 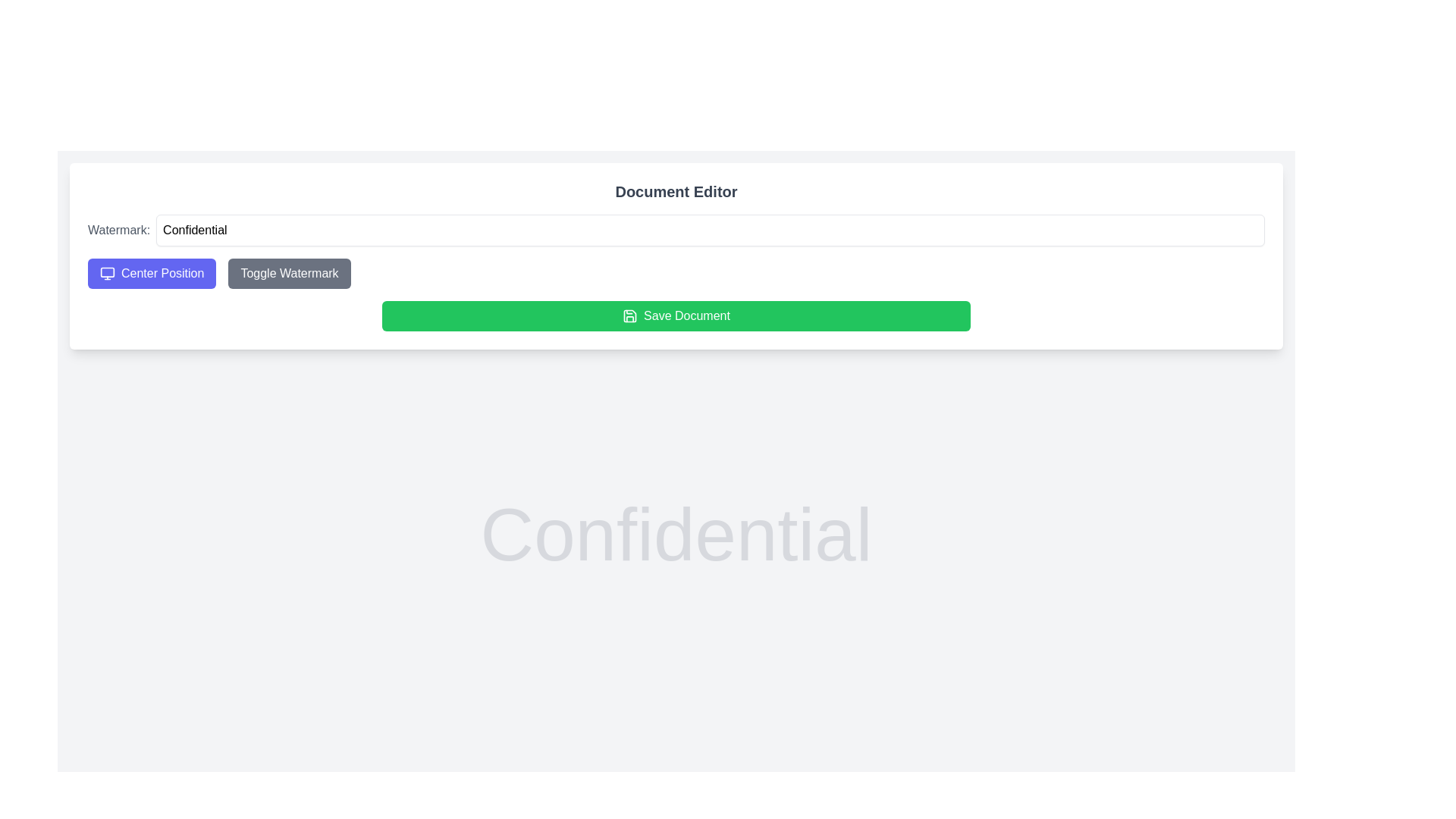 I want to click on the static text label that indicates the purpose of the adjacent input field labeled 'Confidential', located in the top-left corner of the interface, so click(x=118, y=231).